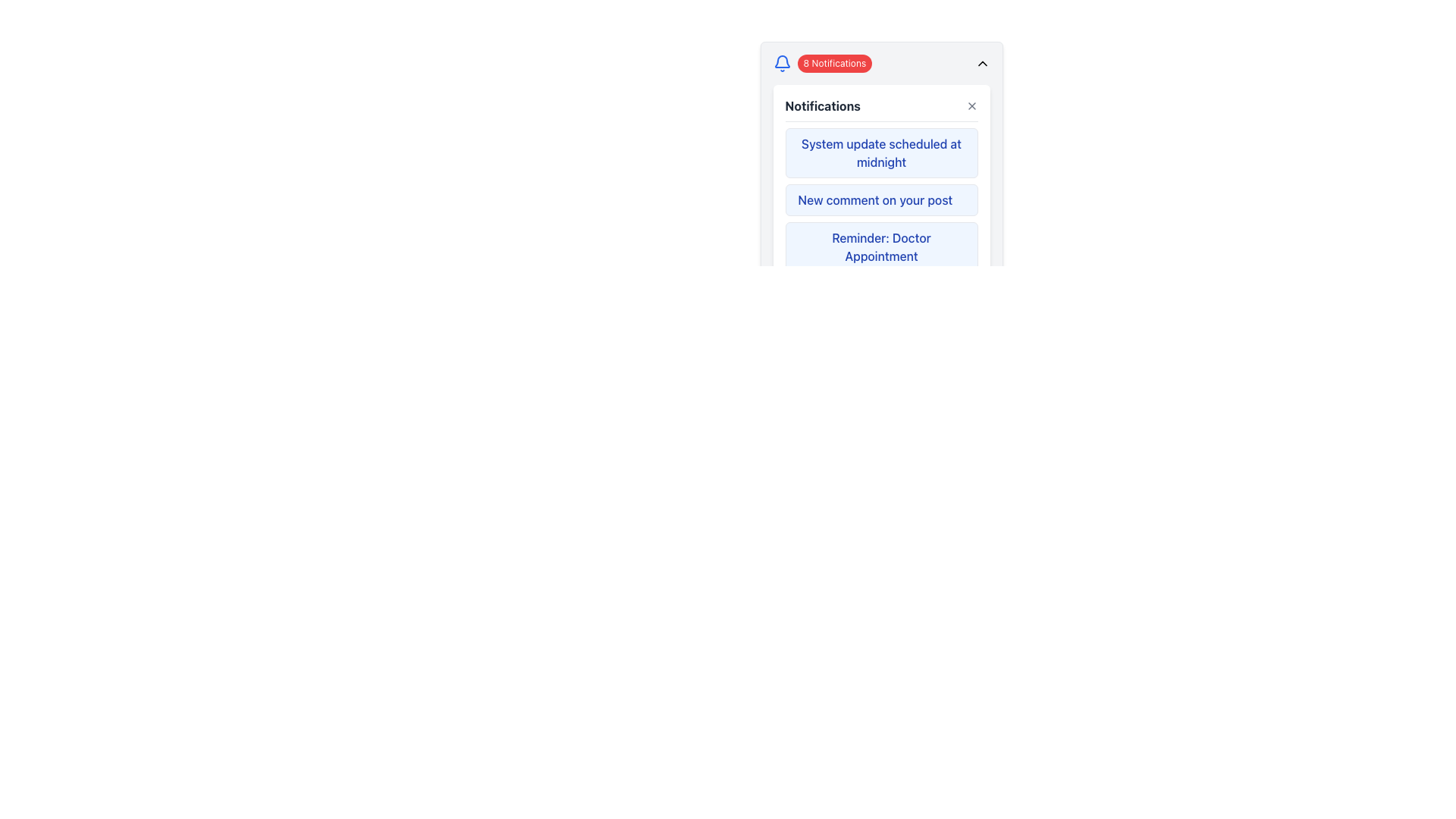 This screenshot has width=1456, height=819. What do you see at coordinates (821, 63) in the screenshot?
I see `the notification badge with the text '8 Notifications'` at bounding box center [821, 63].